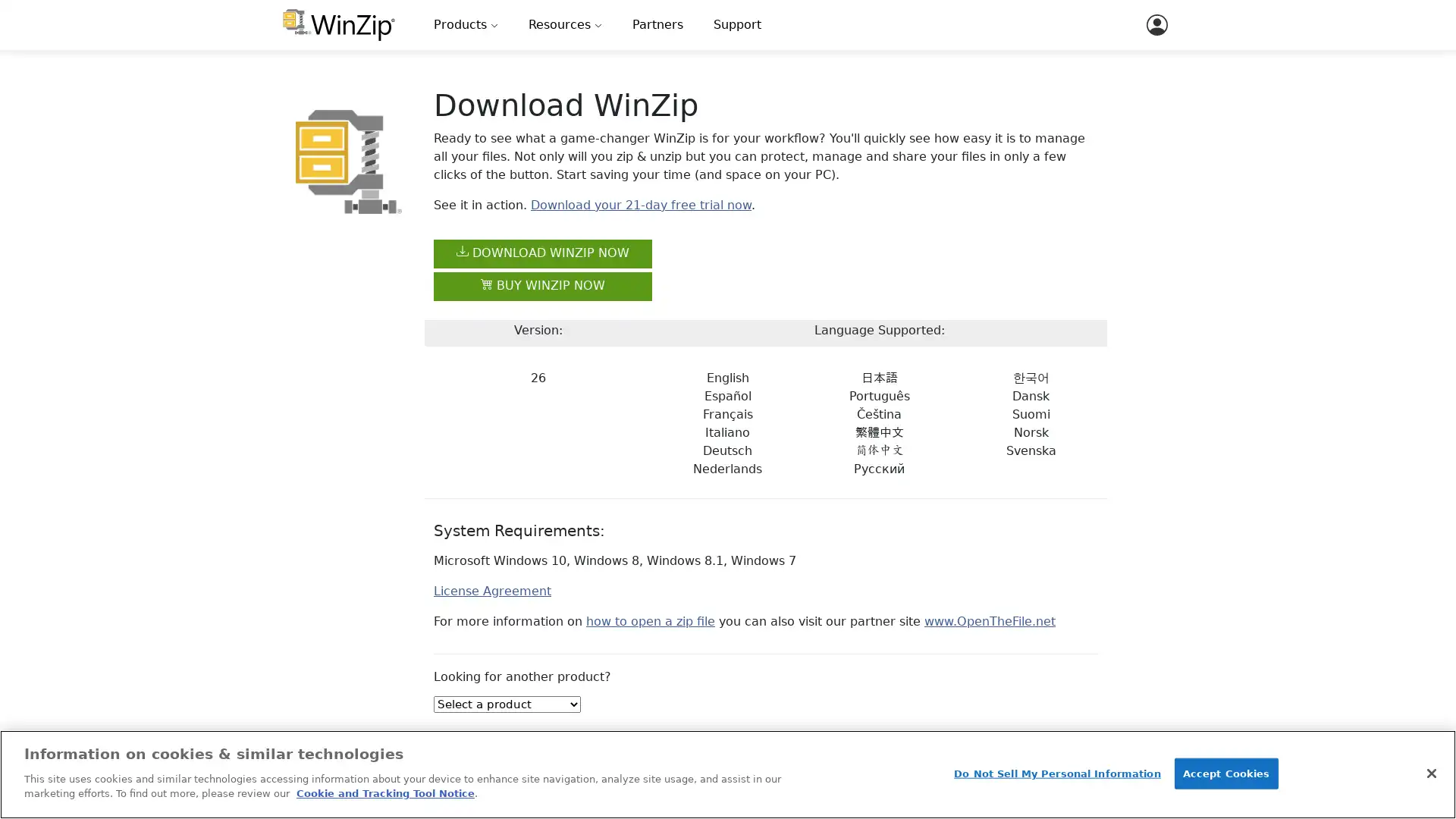 This screenshot has height=819, width=1456. What do you see at coordinates (1430, 772) in the screenshot?
I see `Close` at bounding box center [1430, 772].